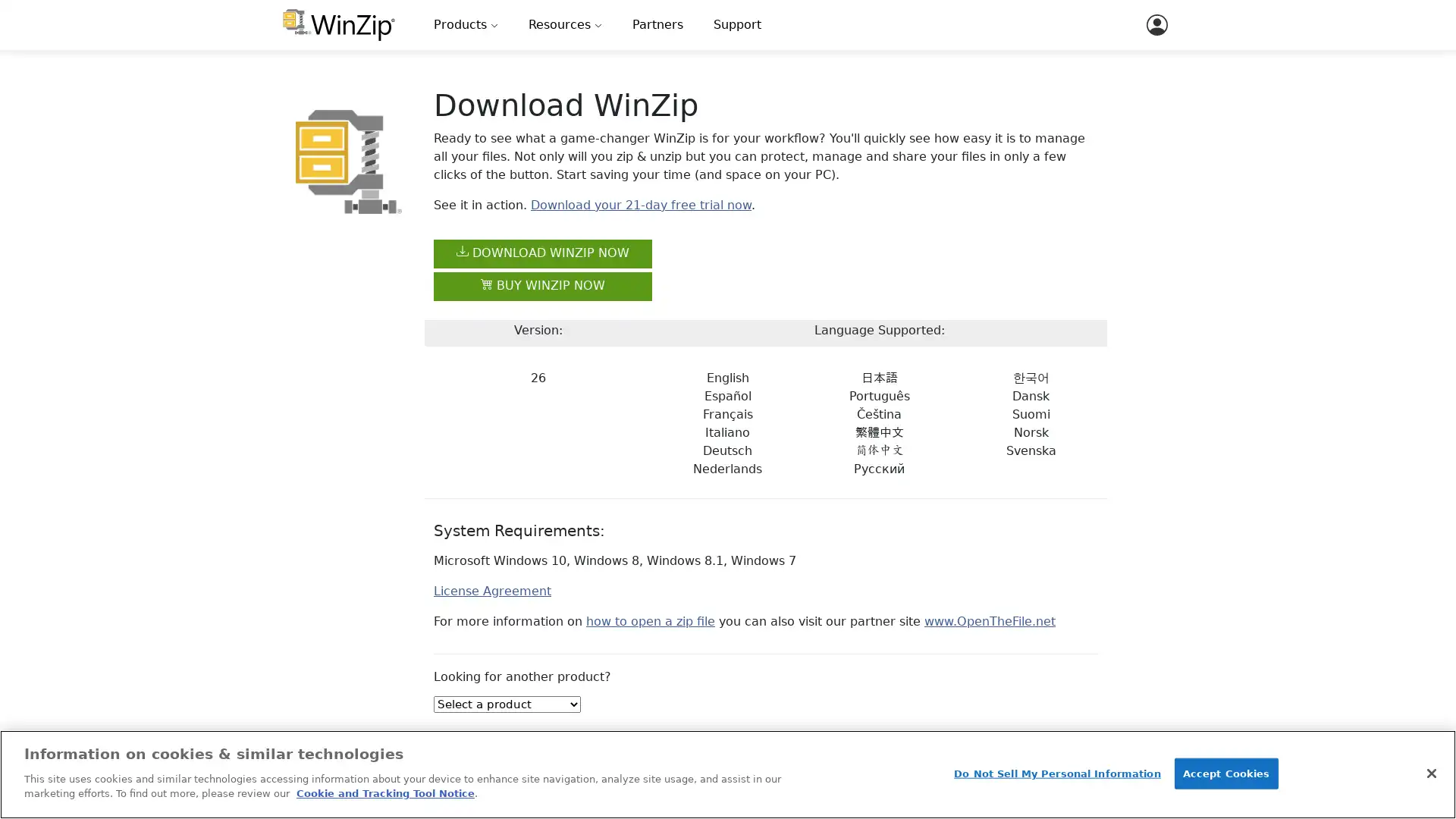 This screenshot has height=819, width=1456. What do you see at coordinates (1430, 772) in the screenshot?
I see `Close` at bounding box center [1430, 772].